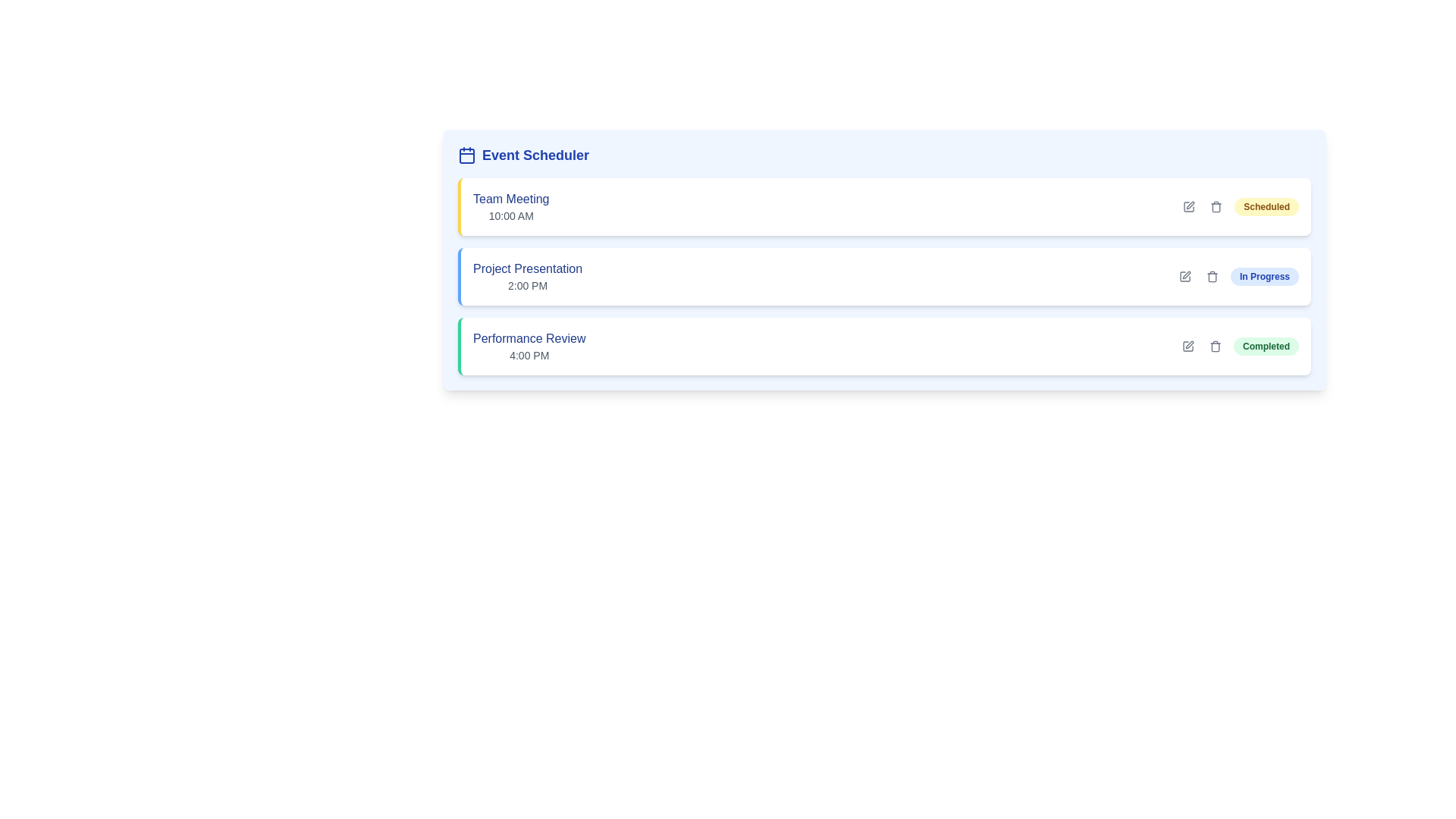 The image size is (1456, 819). I want to click on the second button in the horizontal group of interactive elements on the right side of the 'Team Meeting' row to change its background color, so click(1216, 207).